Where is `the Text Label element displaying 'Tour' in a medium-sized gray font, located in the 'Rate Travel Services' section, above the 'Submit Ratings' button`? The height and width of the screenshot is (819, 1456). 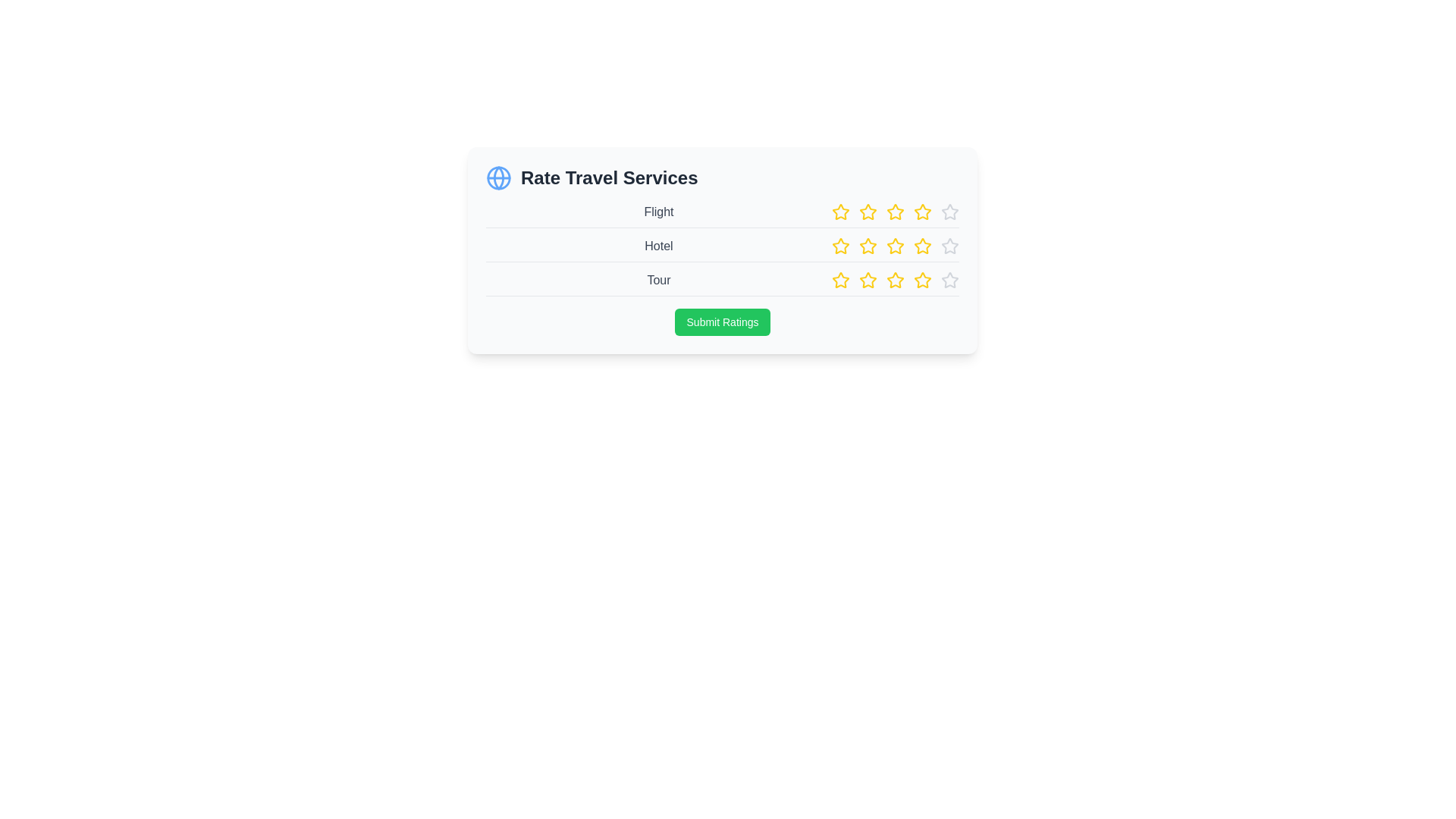 the Text Label element displaying 'Tour' in a medium-sized gray font, located in the 'Rate Travel Services' section, above the 'Submit Ratings' button is located at coordinates (658, 281).